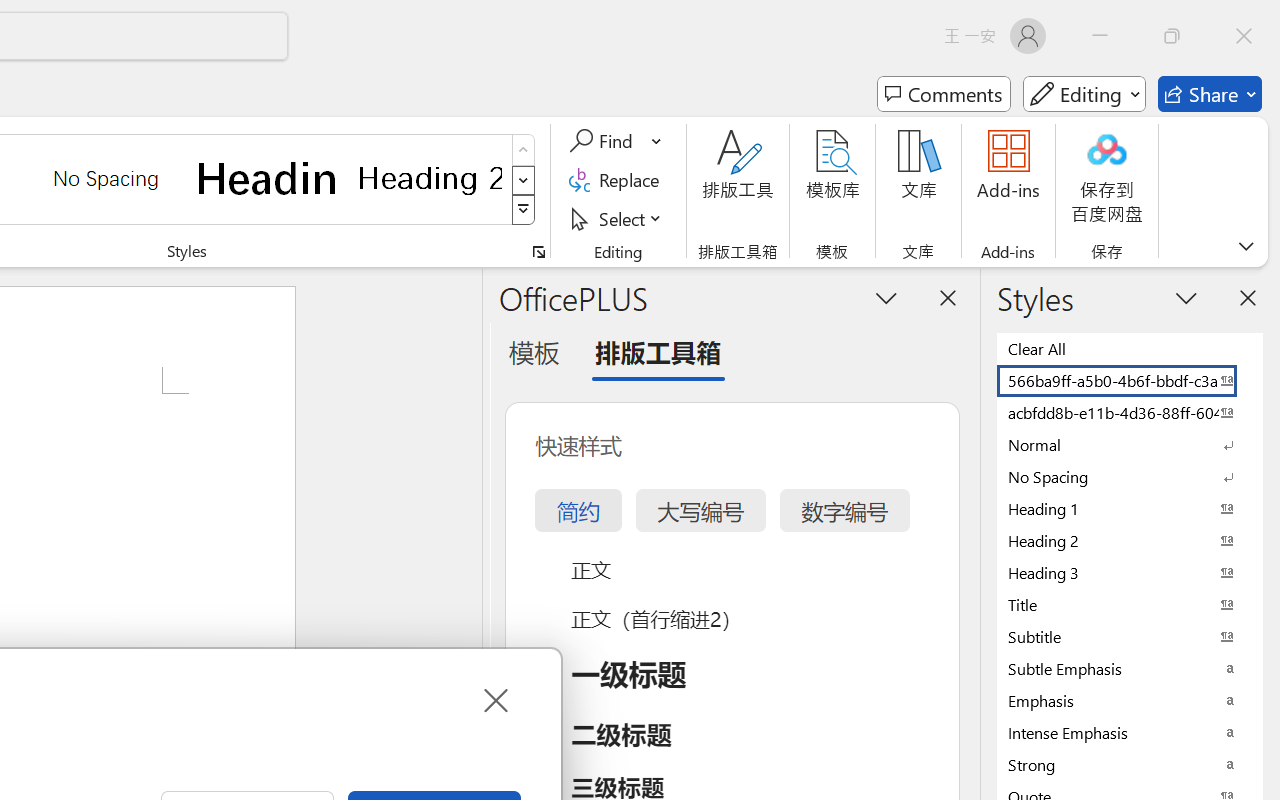 This screenshot has height=800, width=1280. Describe the element at coordinates (1130, 700) in the screenshot. I see `'Emphasis'` at that location.